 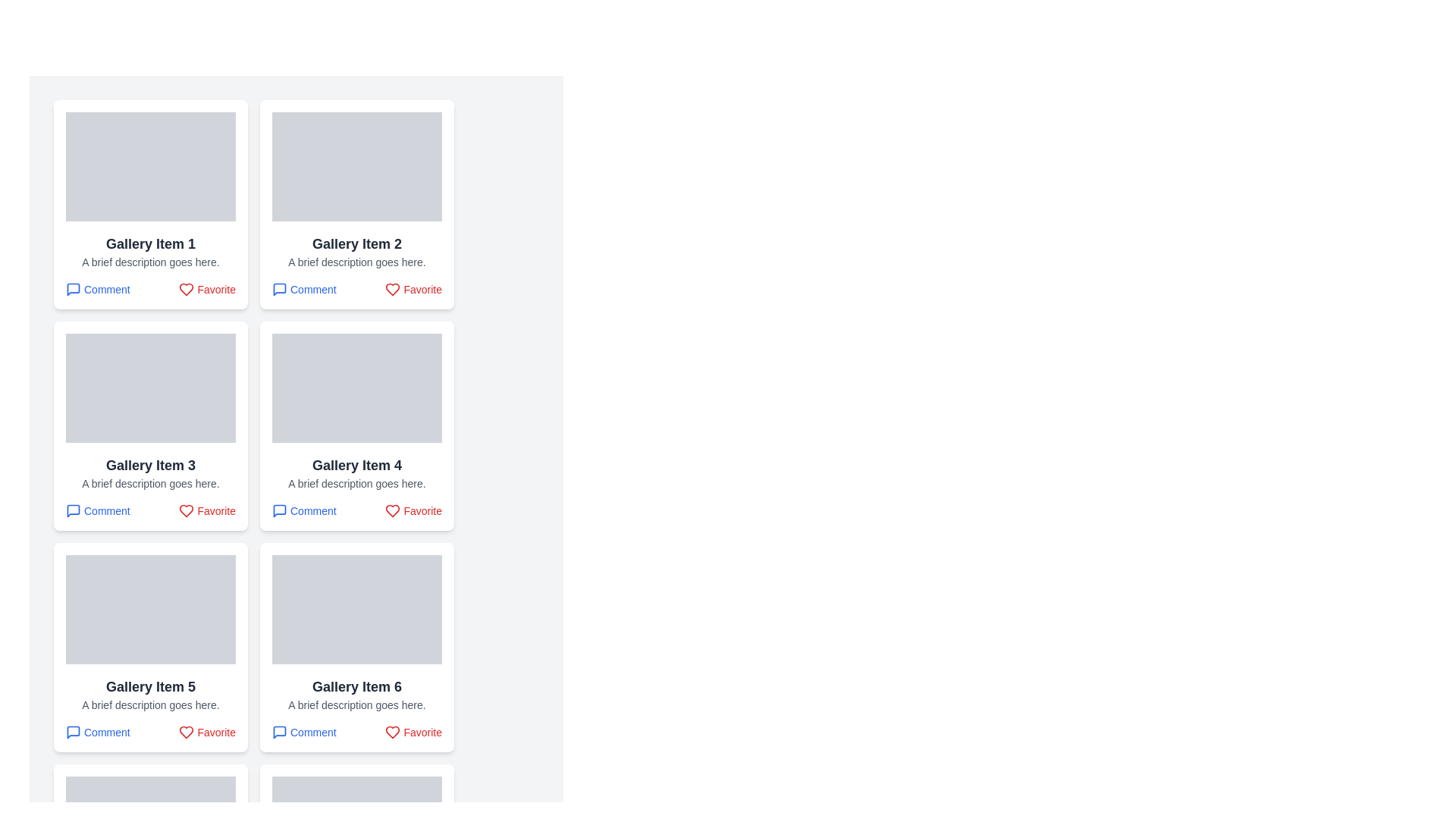 What do you see at coordinates (97, 511) in the screenshot?
I see `the 'Comment' button, which is a small blue text alongside a speech bubble icon, located at the bottom-left corner of the 'Gallery Item 3' card` at bounding box center [97, 511].